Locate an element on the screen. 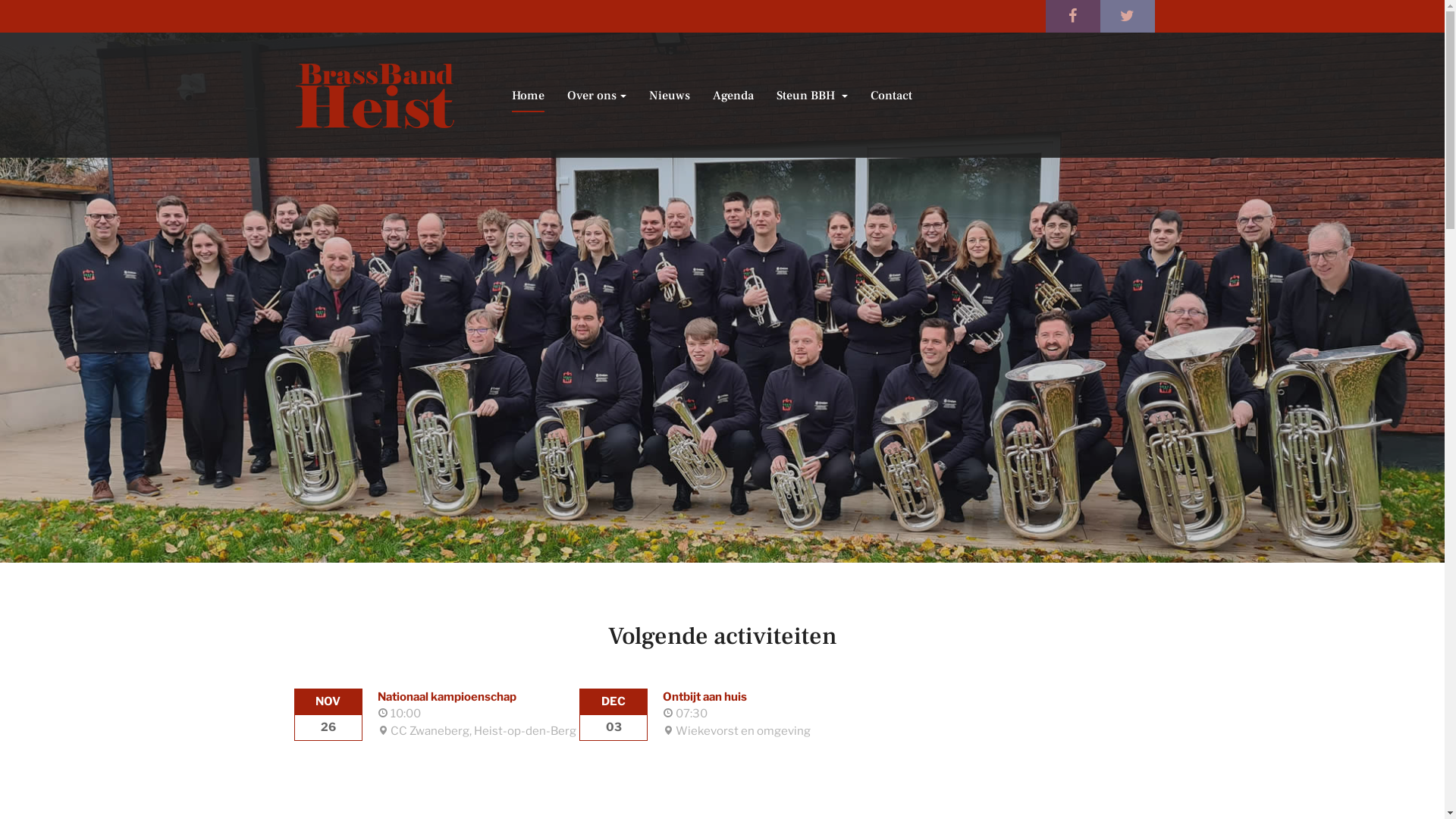 This screenshot has height=819, width=1456. 'Ontbijt aan huis' is located at coordinates (662, 696).